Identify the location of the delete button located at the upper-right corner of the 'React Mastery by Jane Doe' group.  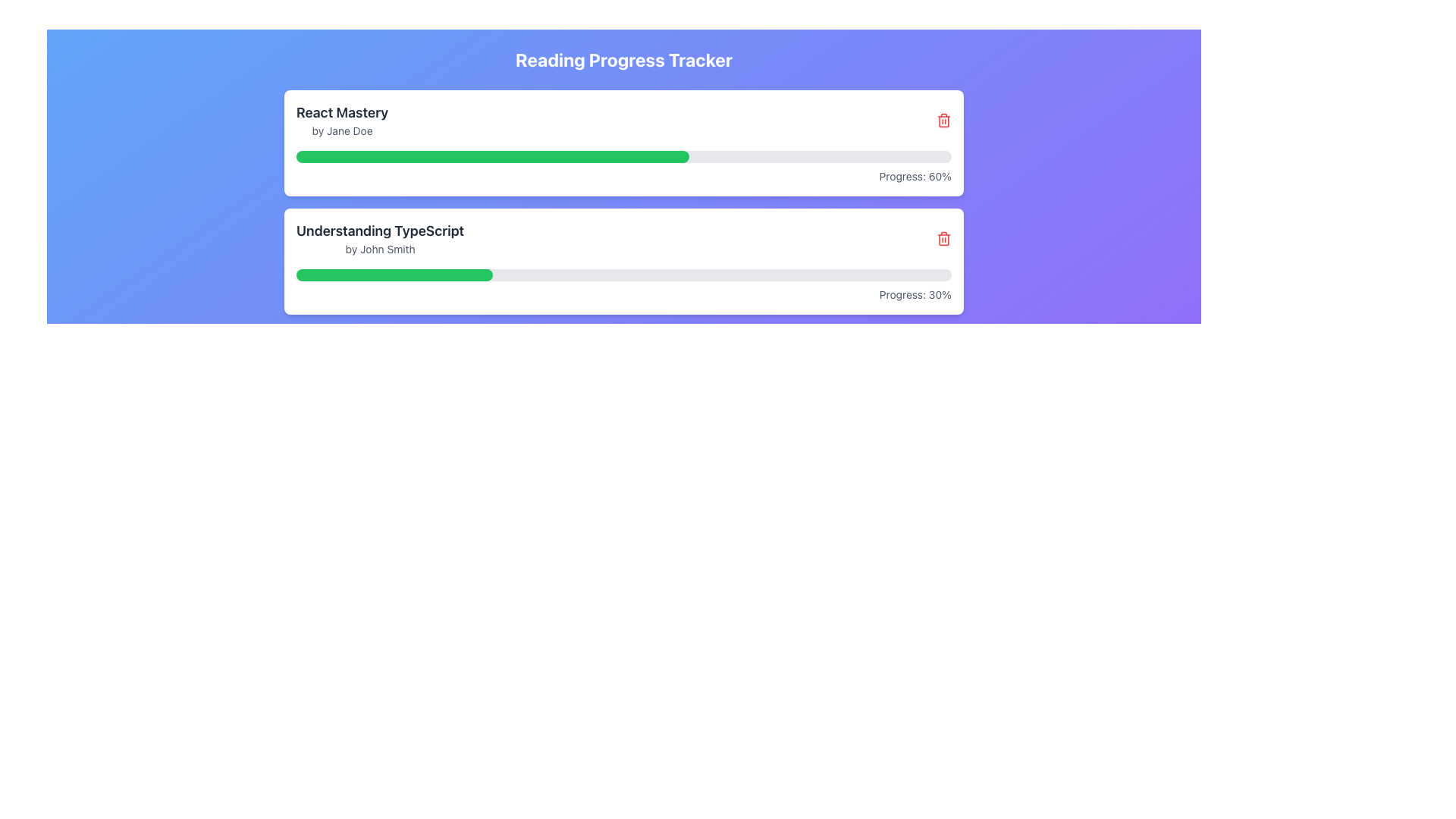
(943, 119).